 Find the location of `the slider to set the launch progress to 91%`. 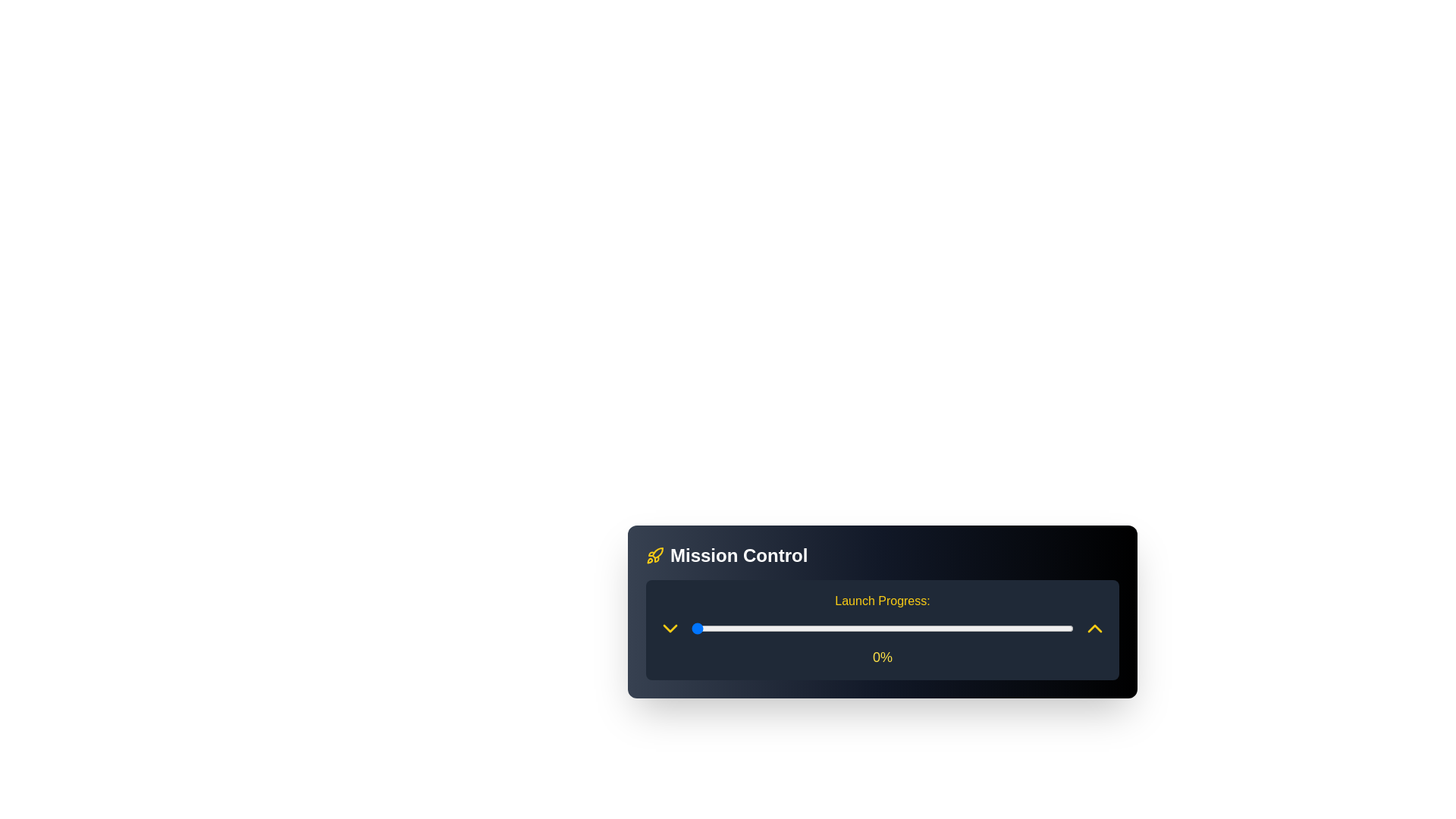

the slider to set the launch progress to 91% is located at coordinates (1038, 629).